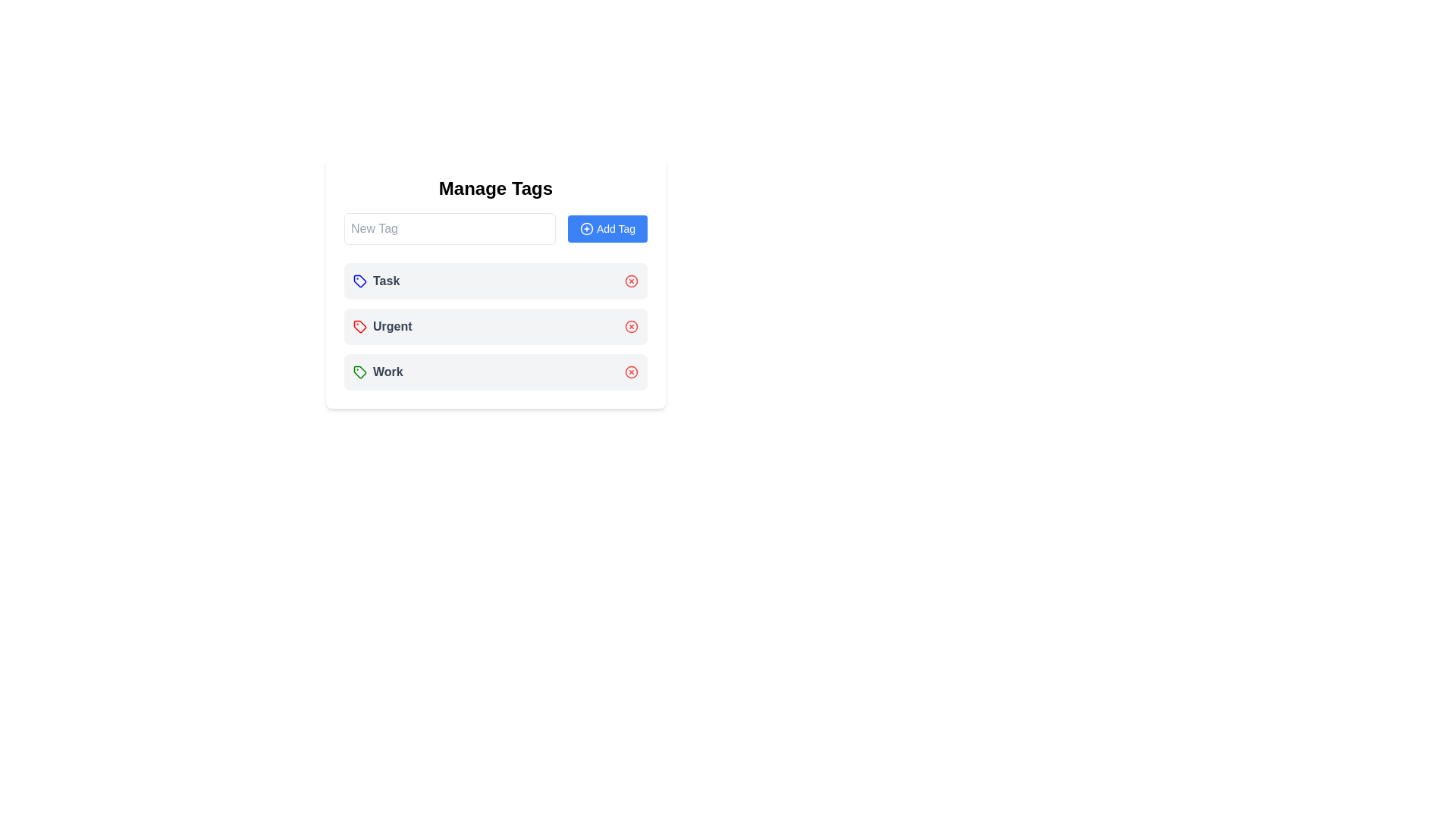  What do you see at coordinates (359, 372) in the screenshot?
I see `the price tag icon in the 'Manage Tags' section, which features green strokes and a rounded polygonal outline, located next to the 'Task' label` at bounding box center [359, 372].